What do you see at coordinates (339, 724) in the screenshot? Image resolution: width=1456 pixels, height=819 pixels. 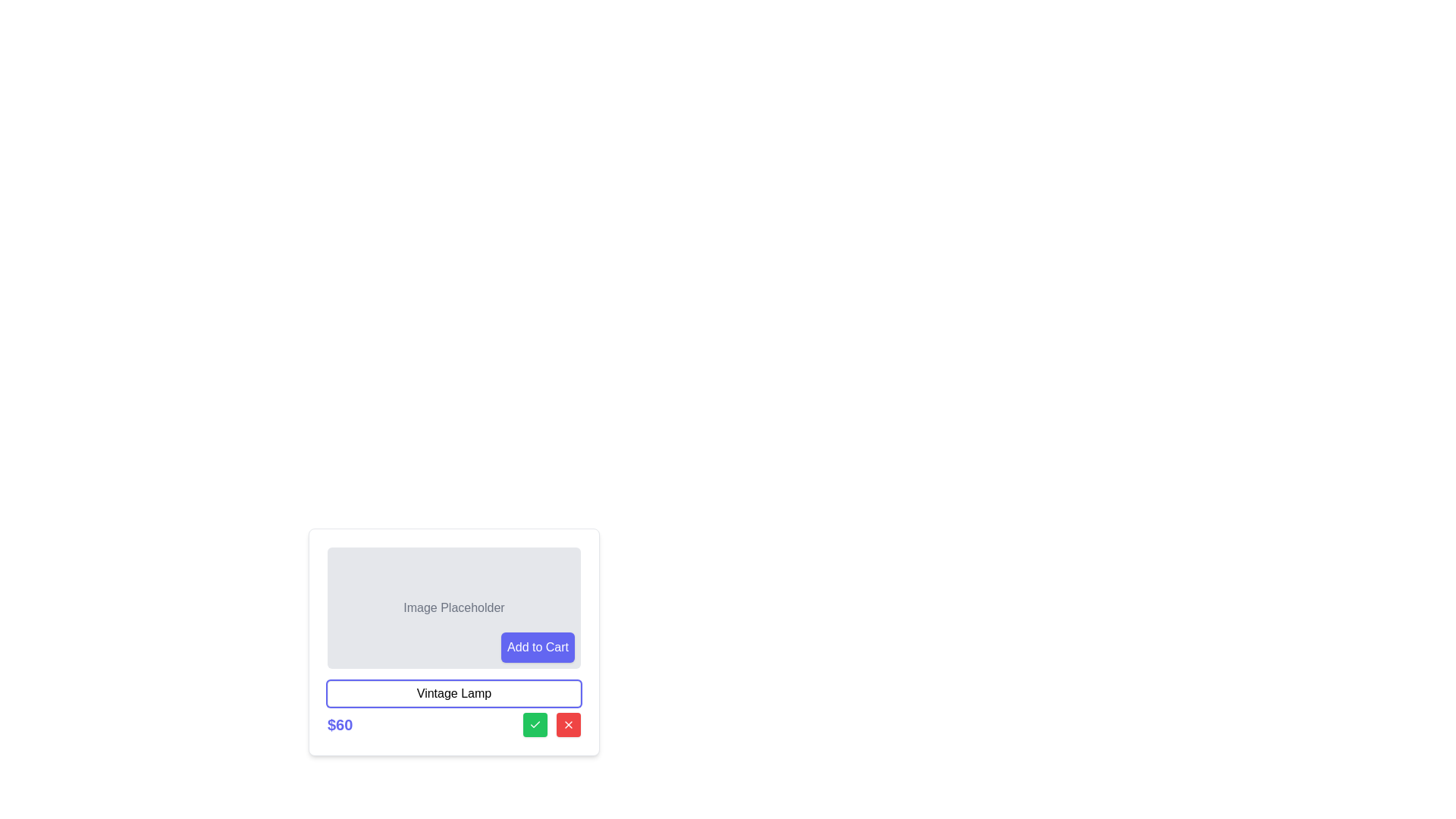 I see `the text label displaying the price value '$60', located on the far left side of the bottom section of the interface, near approval and rejection buttons` at bounding box center [339, 724].